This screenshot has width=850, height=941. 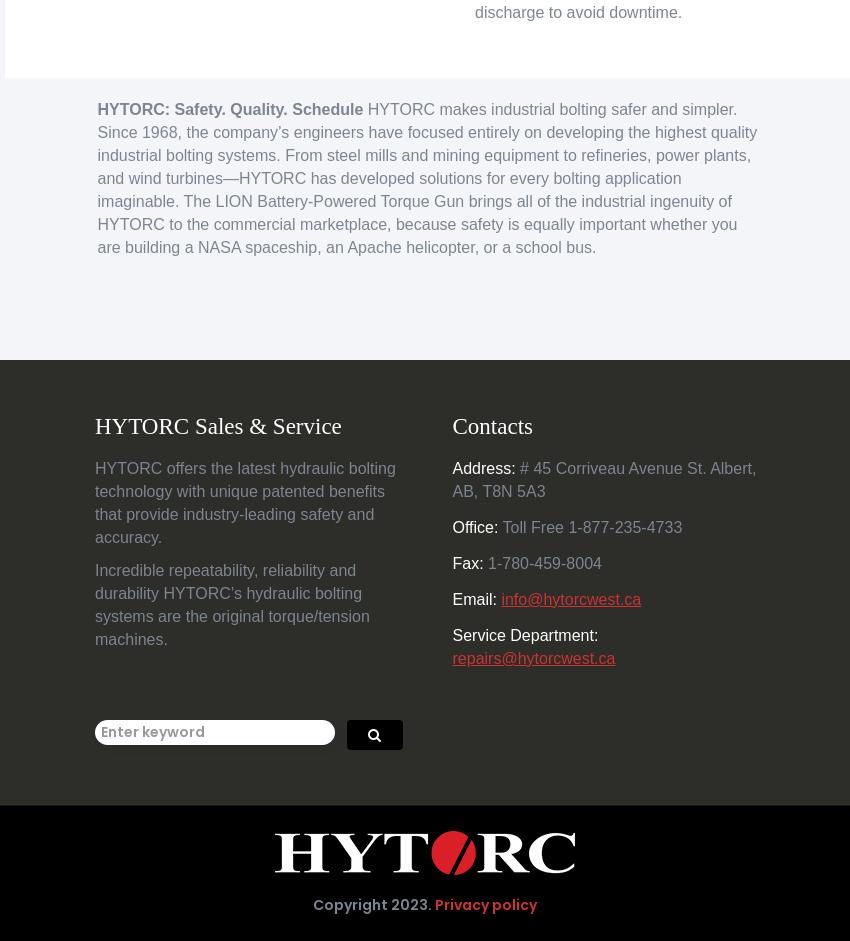 I want to click on 'Contacts', so click(x=492, y=424).